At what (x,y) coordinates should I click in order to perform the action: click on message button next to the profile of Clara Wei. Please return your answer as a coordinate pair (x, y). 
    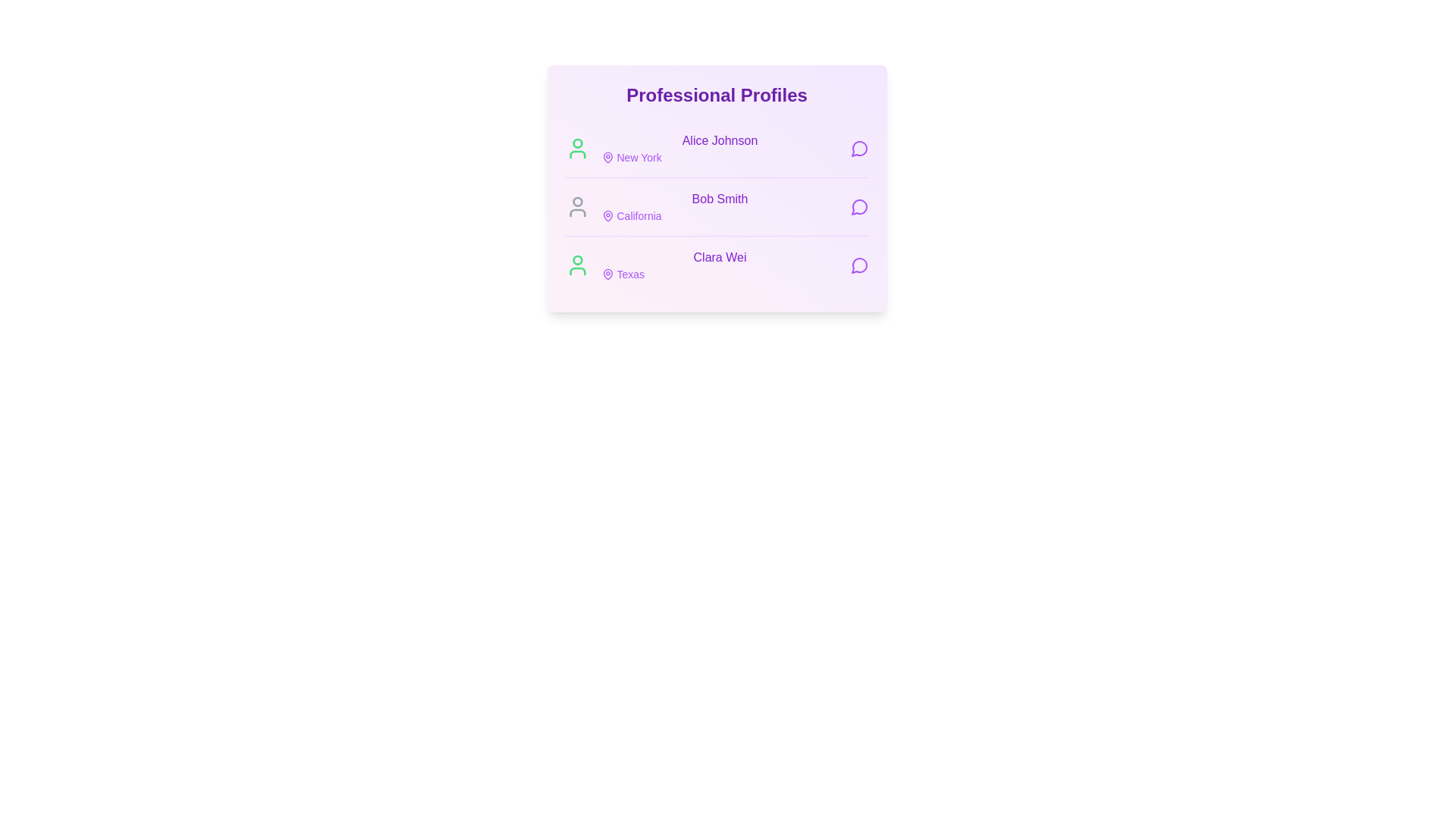
    Looking at the image, I should click on (859, 265).